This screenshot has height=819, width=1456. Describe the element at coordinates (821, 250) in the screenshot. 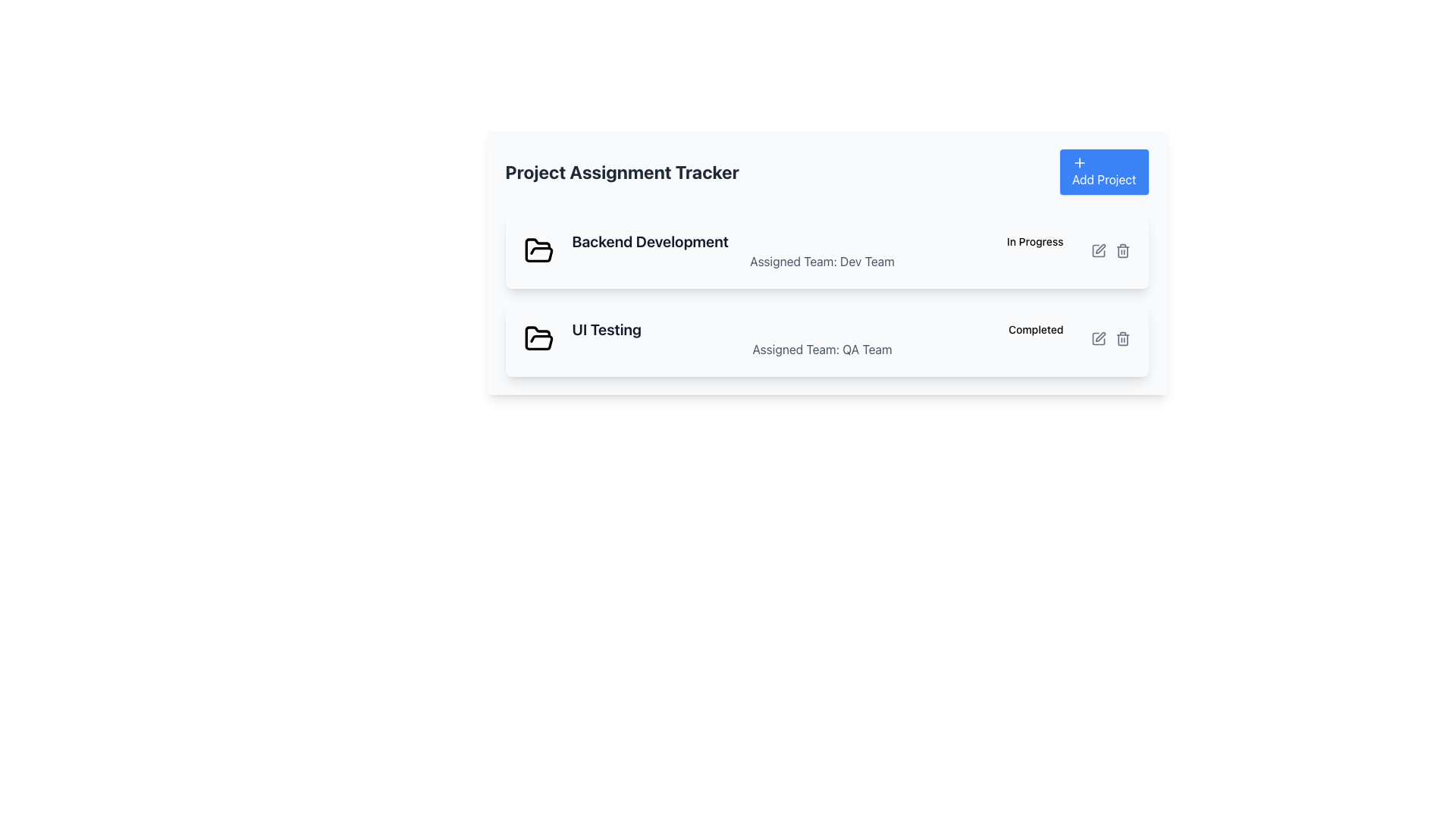

I see `the Text and badge element that indicates detailed information about a development task, including its title, status, and the team responsible for it` at that location.